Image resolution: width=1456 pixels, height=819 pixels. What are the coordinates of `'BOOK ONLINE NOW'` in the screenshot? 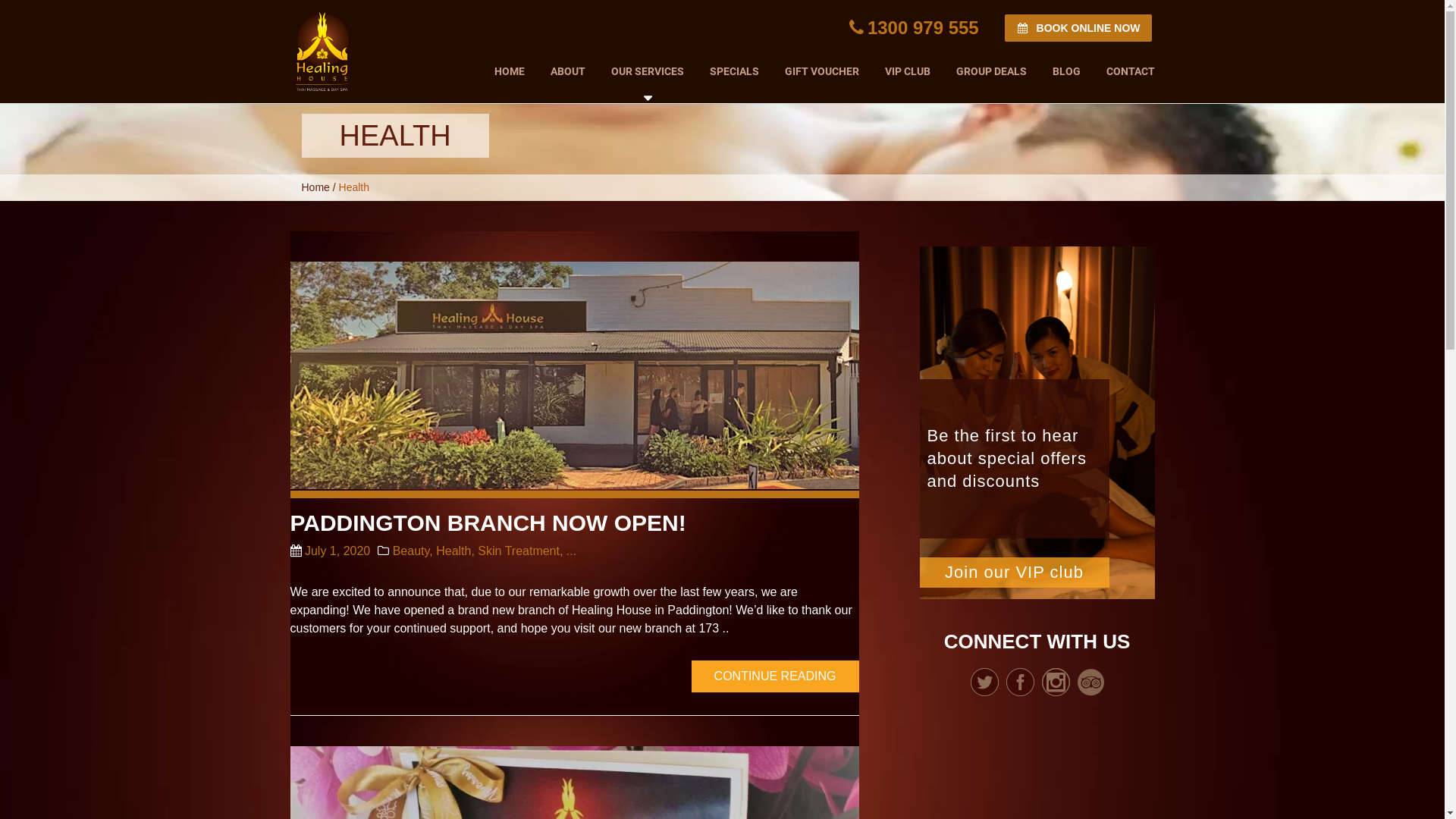 It's located at (1077, 28).